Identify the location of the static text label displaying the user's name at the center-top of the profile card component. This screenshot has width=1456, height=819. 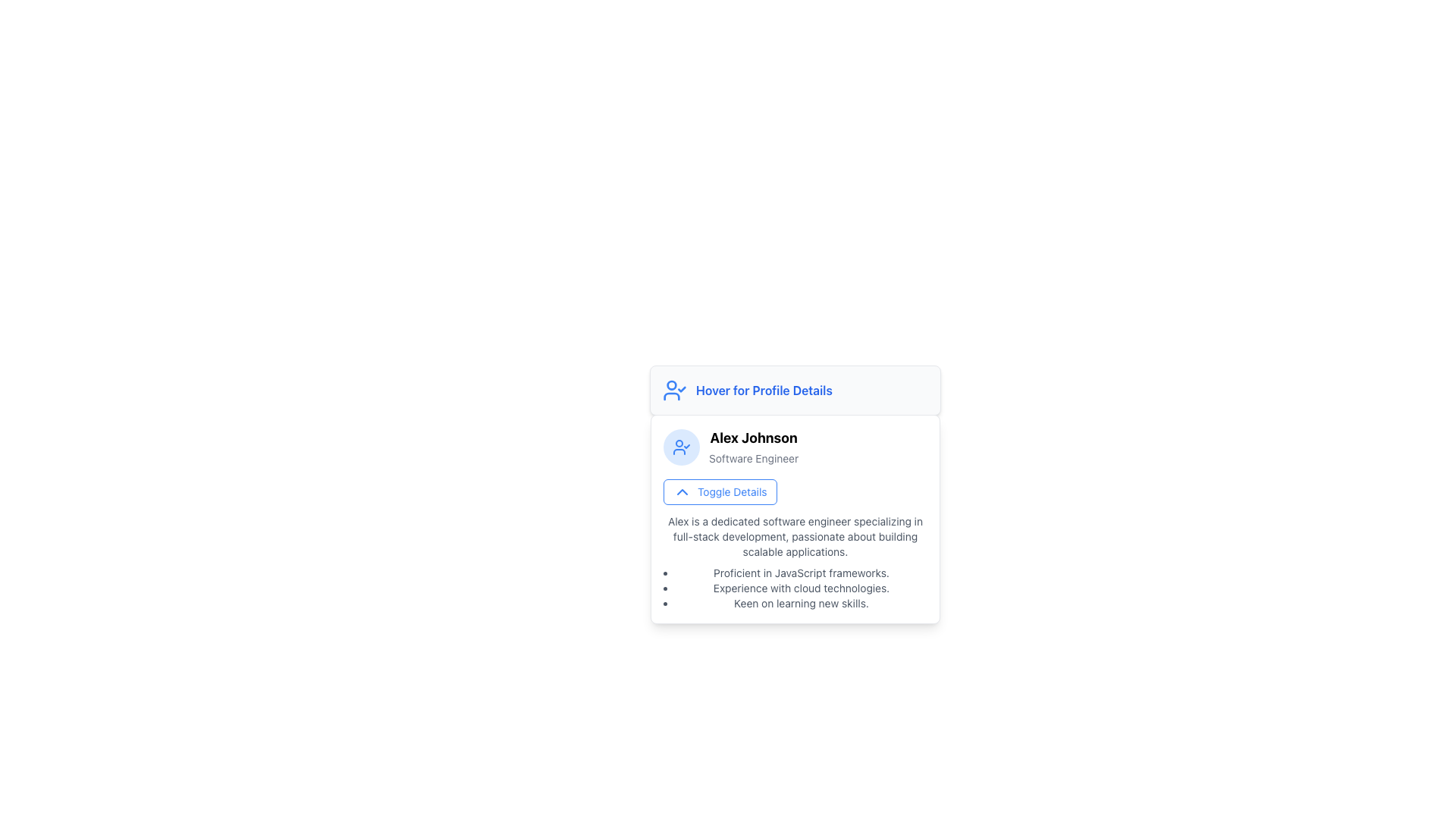
(754, 438).